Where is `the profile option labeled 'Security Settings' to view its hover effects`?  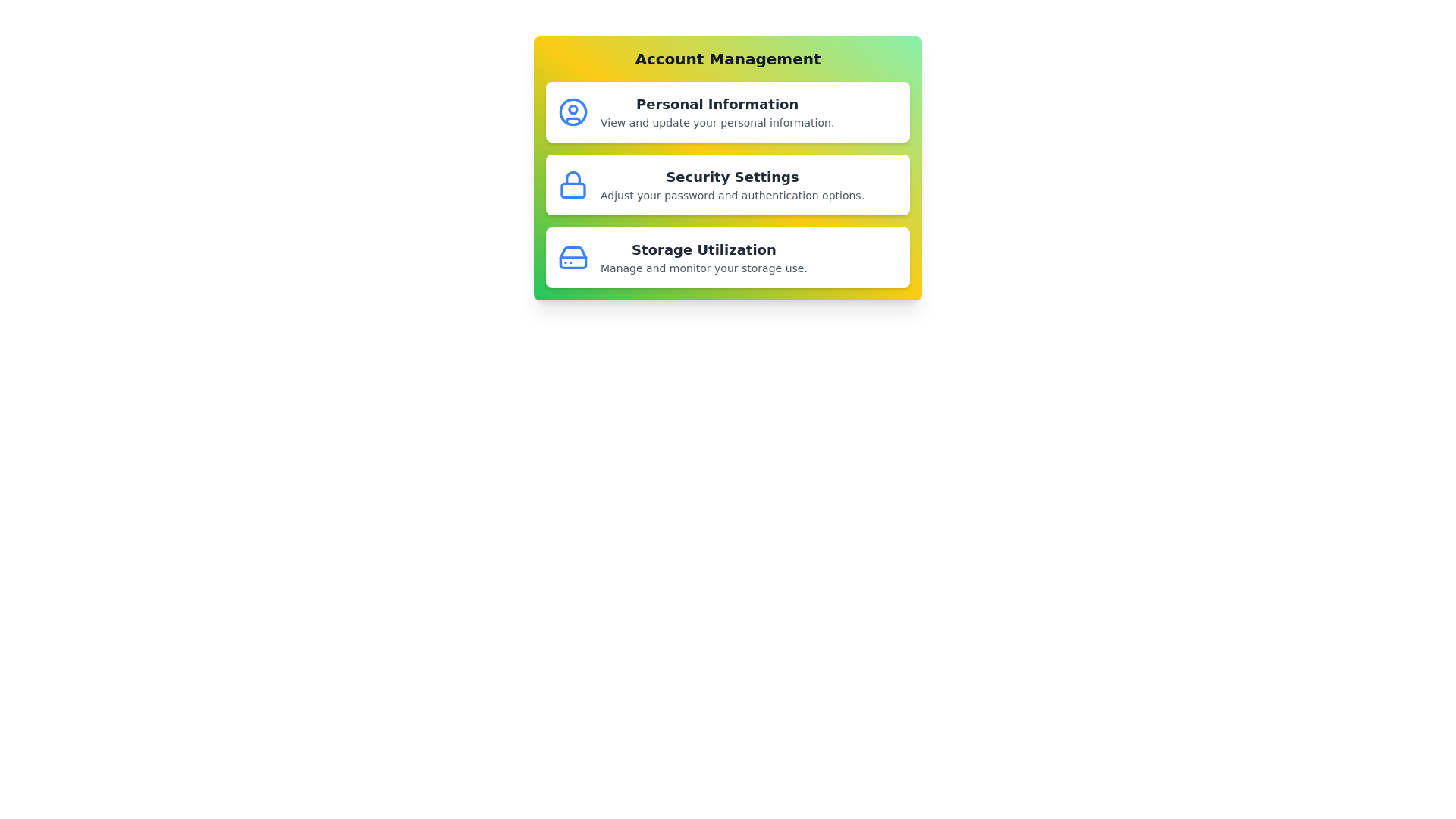
the profile option labeled 'Security Settings' to view its hover effects is located at coordinates (728, 184).